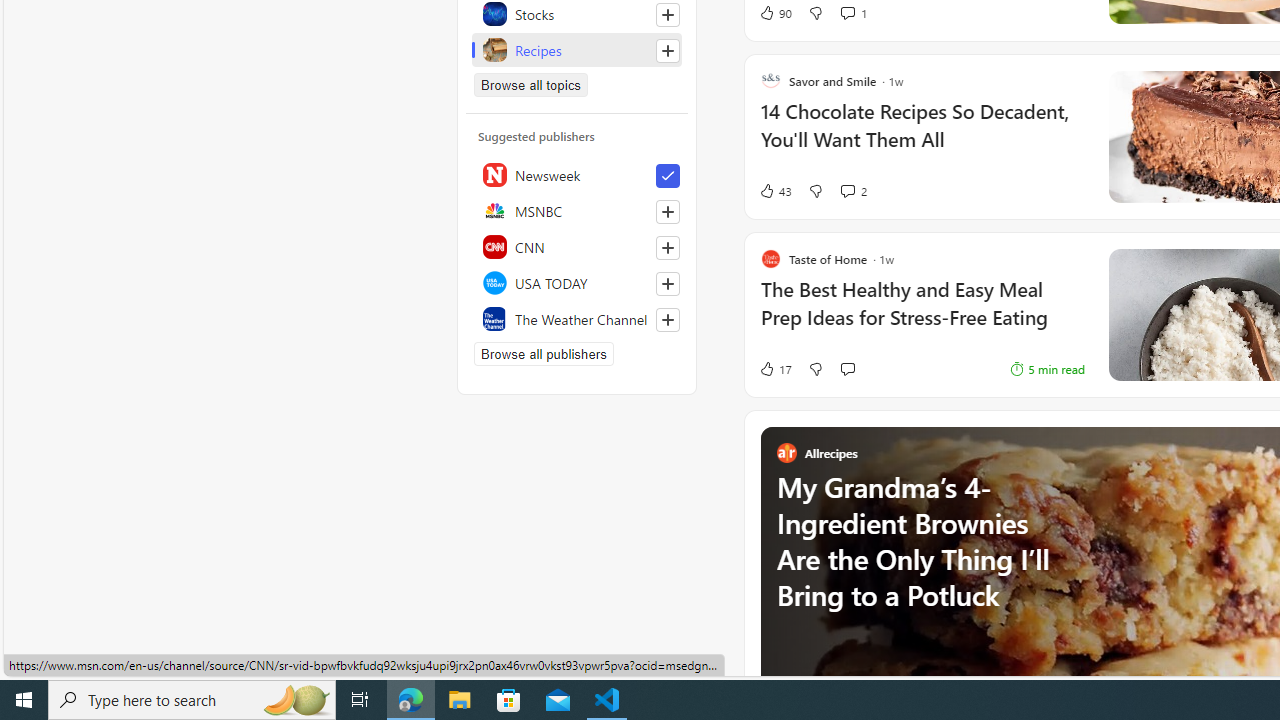 Image resolution: width=1280 pixels, height=720 pixels. I want to click on '17 Like', so click(774, 368).